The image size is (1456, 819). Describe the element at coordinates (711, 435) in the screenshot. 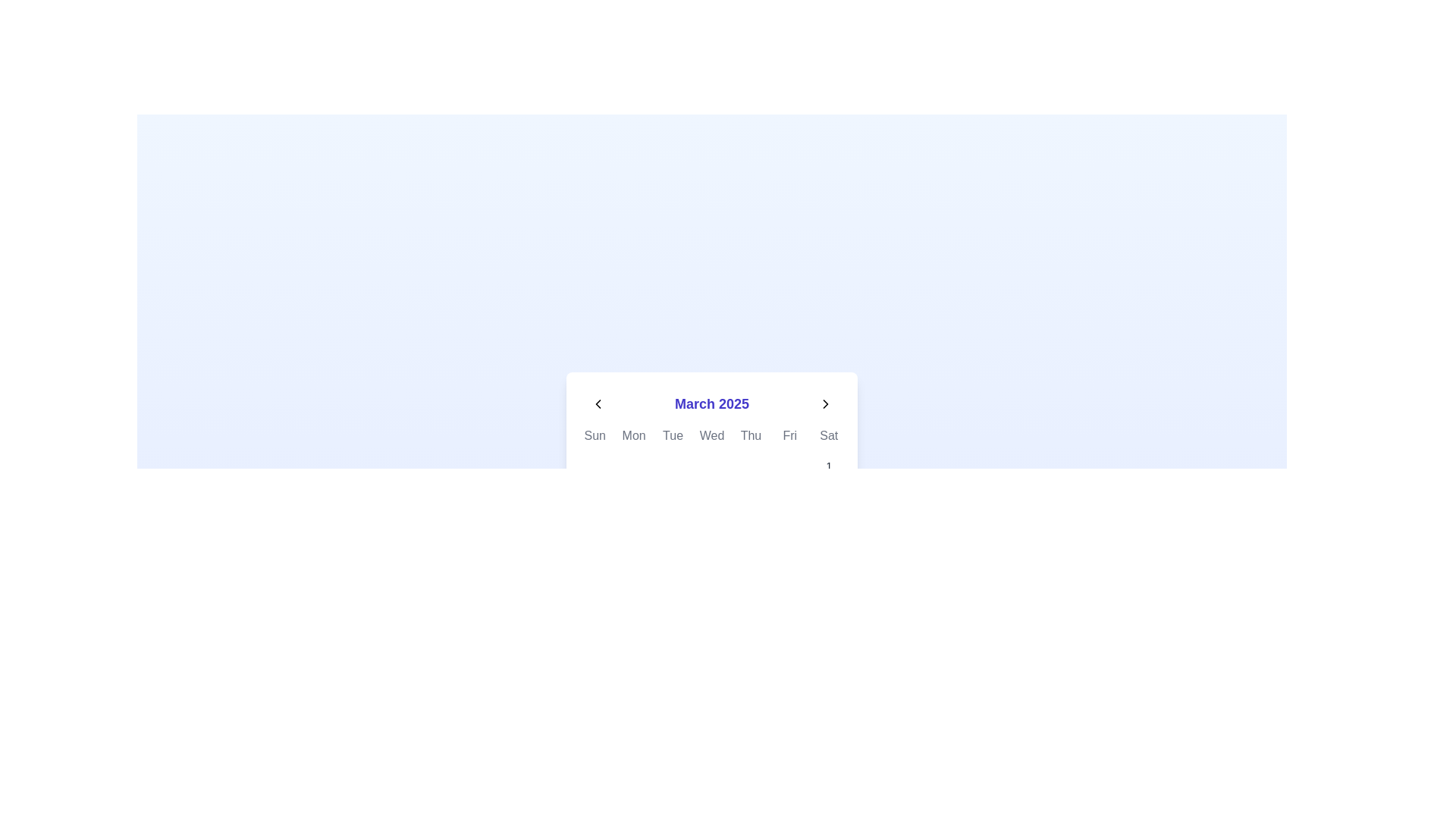

I see `the Text label indicating 'Wednesday' in the calendar view, which is positioned in the header among the day names` at that location.